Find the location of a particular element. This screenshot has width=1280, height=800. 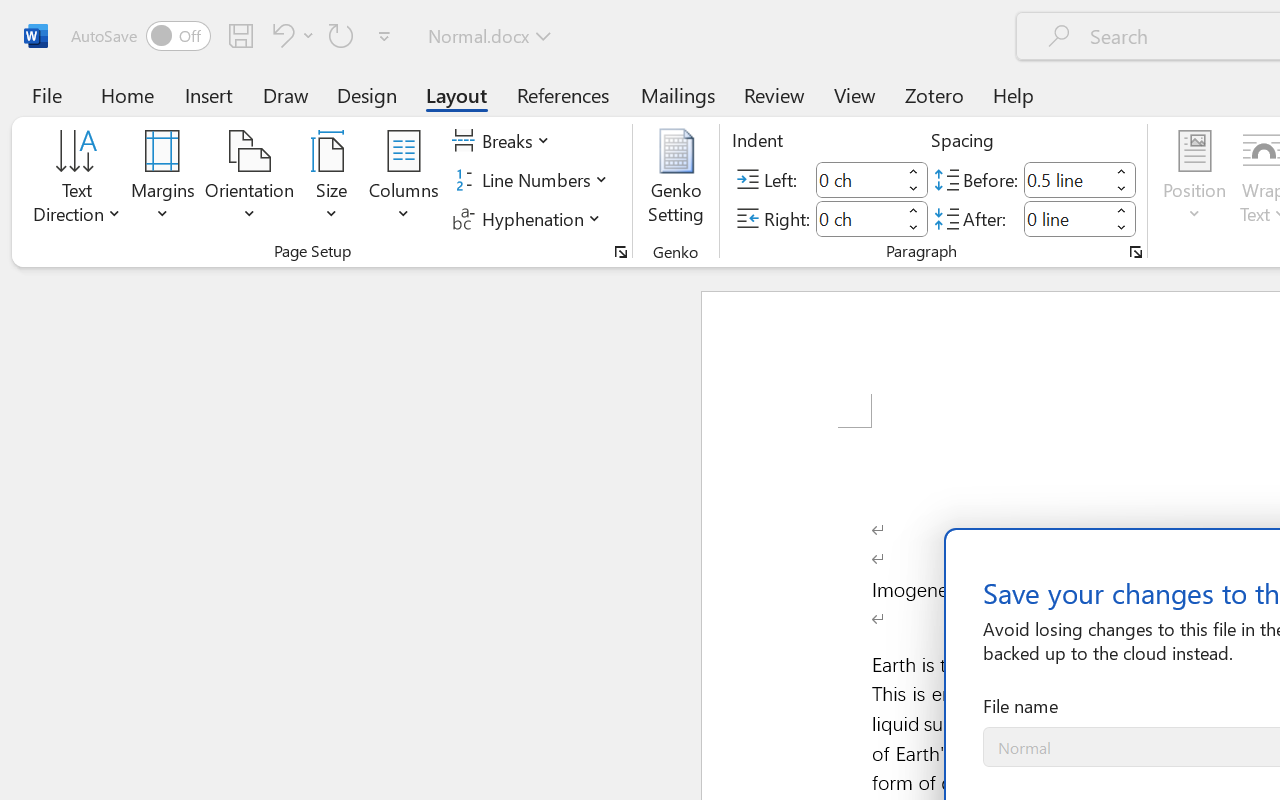

'Undo Paragraph Formatting' is located at coordinates (279, 34).